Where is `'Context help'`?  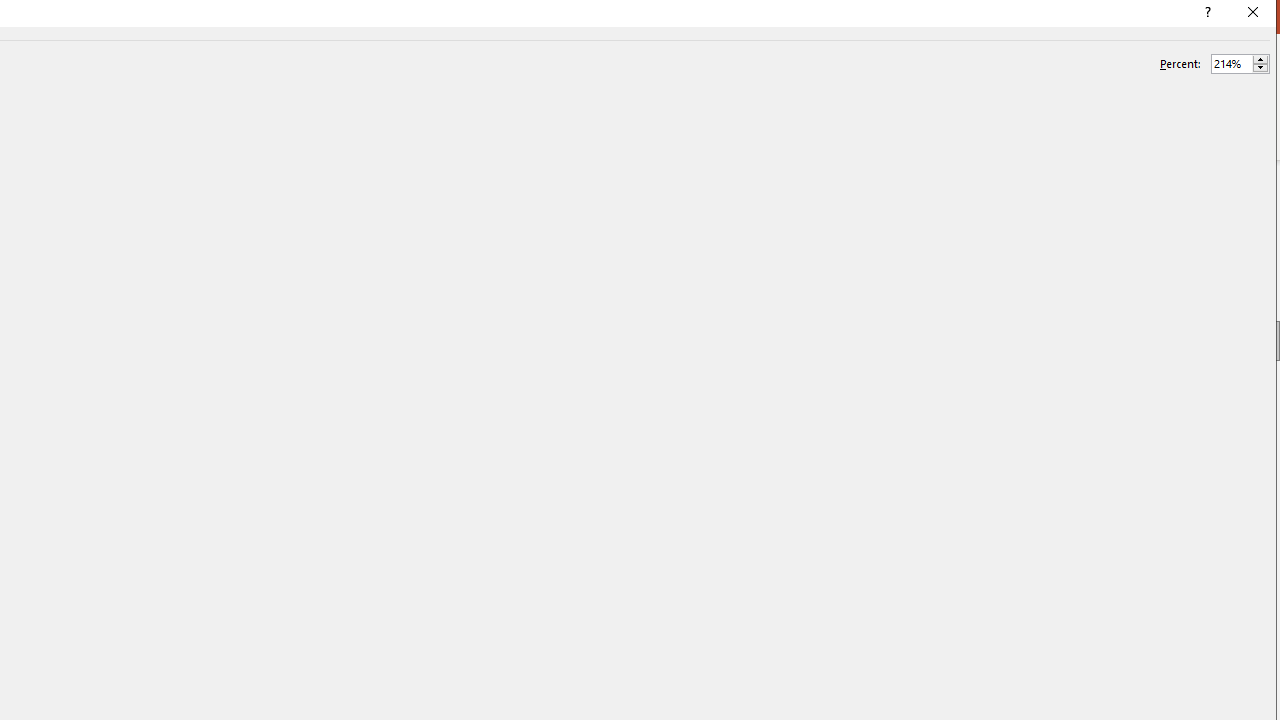
'Context help' is located at coordinates (1205, 15).